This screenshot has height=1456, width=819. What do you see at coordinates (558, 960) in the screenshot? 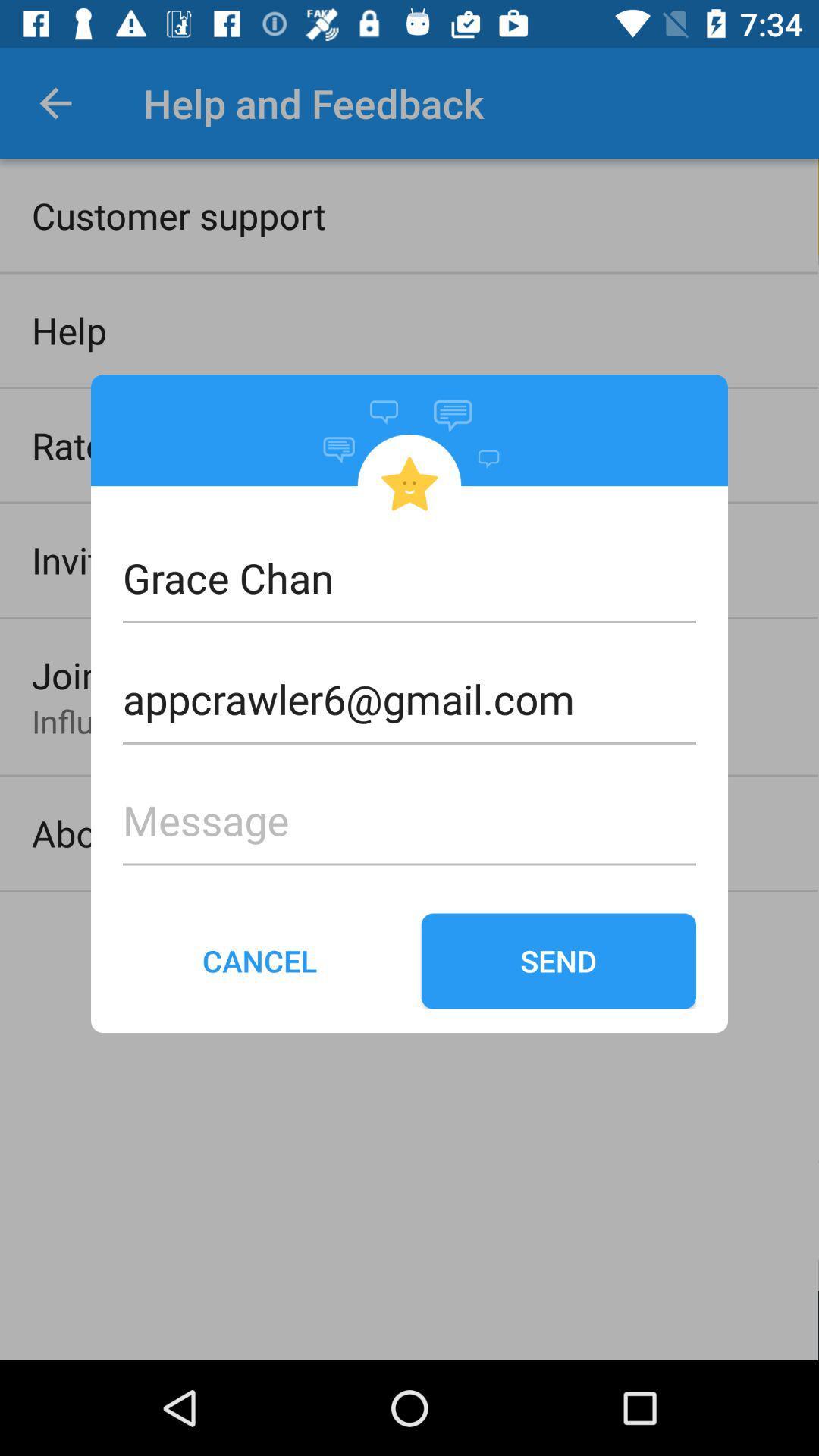
I see `the icon to the right of the cancel icon` at bounding box center [558, 960].